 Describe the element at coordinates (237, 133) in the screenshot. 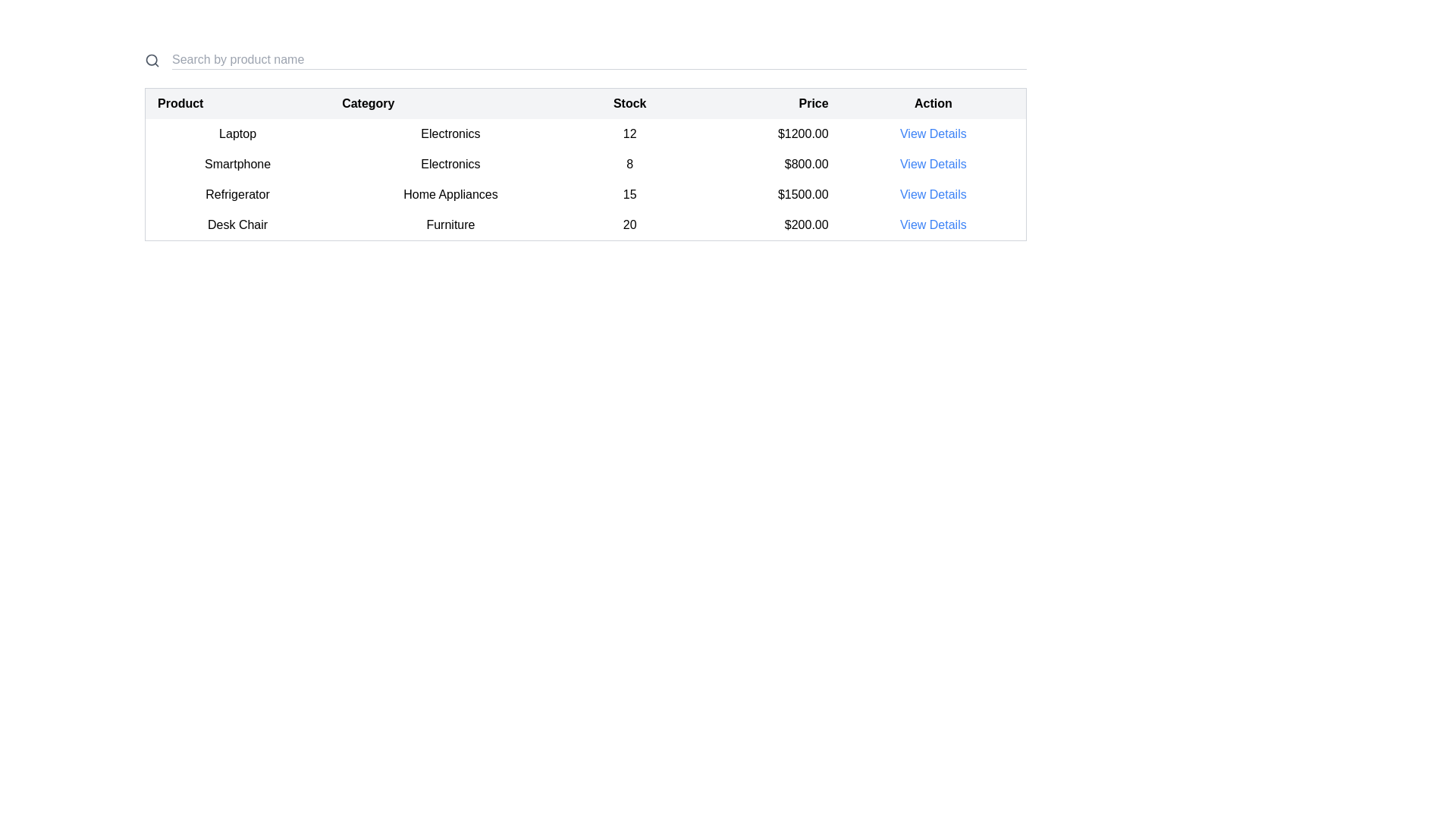

I see `the Text element displaying the product name in the first column of the table under the 'Product' header, which is located in the first row of the table` at that location.